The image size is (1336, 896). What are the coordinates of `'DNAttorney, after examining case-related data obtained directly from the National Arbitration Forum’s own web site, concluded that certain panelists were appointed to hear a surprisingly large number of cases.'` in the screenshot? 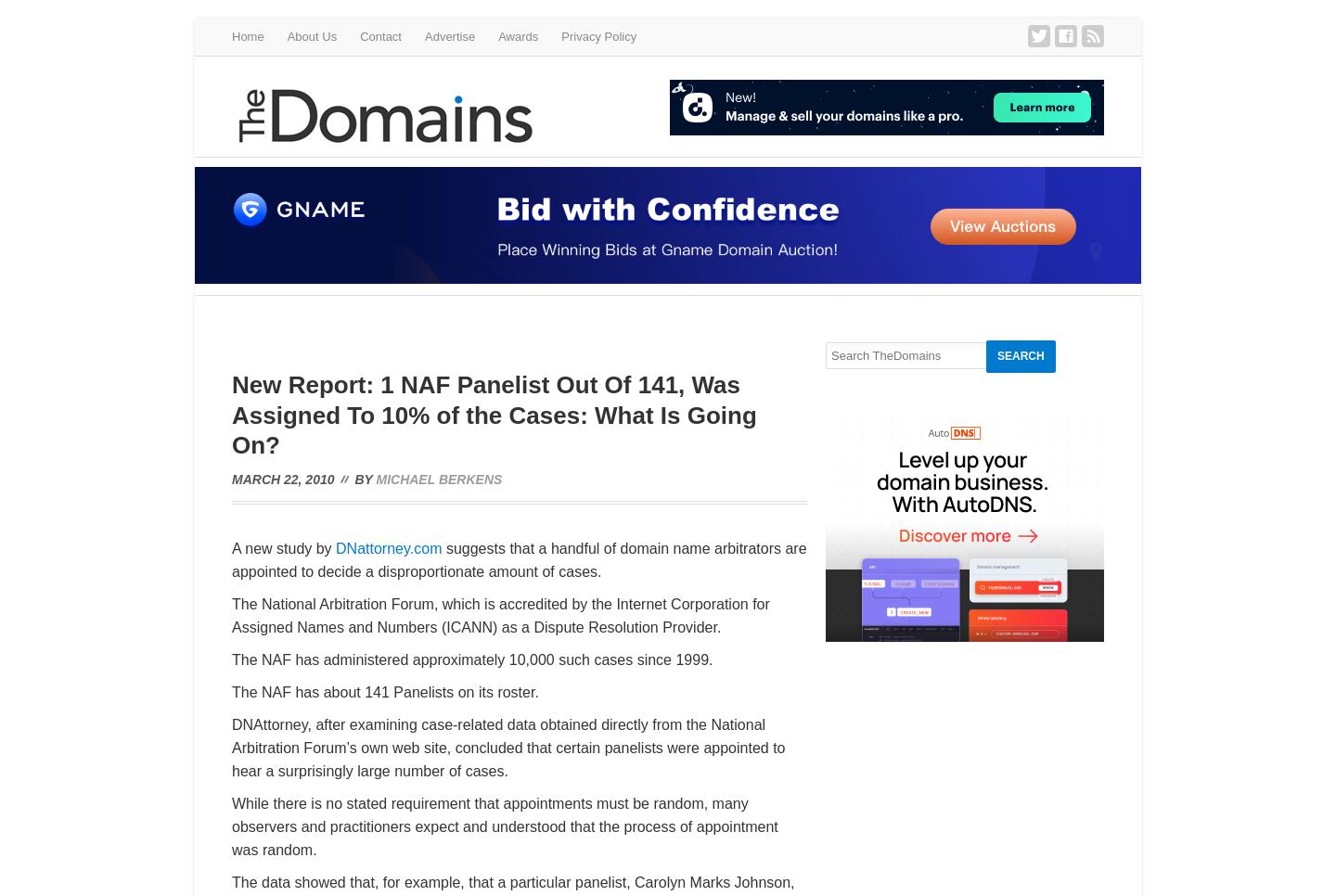 It's located at (508, 748).